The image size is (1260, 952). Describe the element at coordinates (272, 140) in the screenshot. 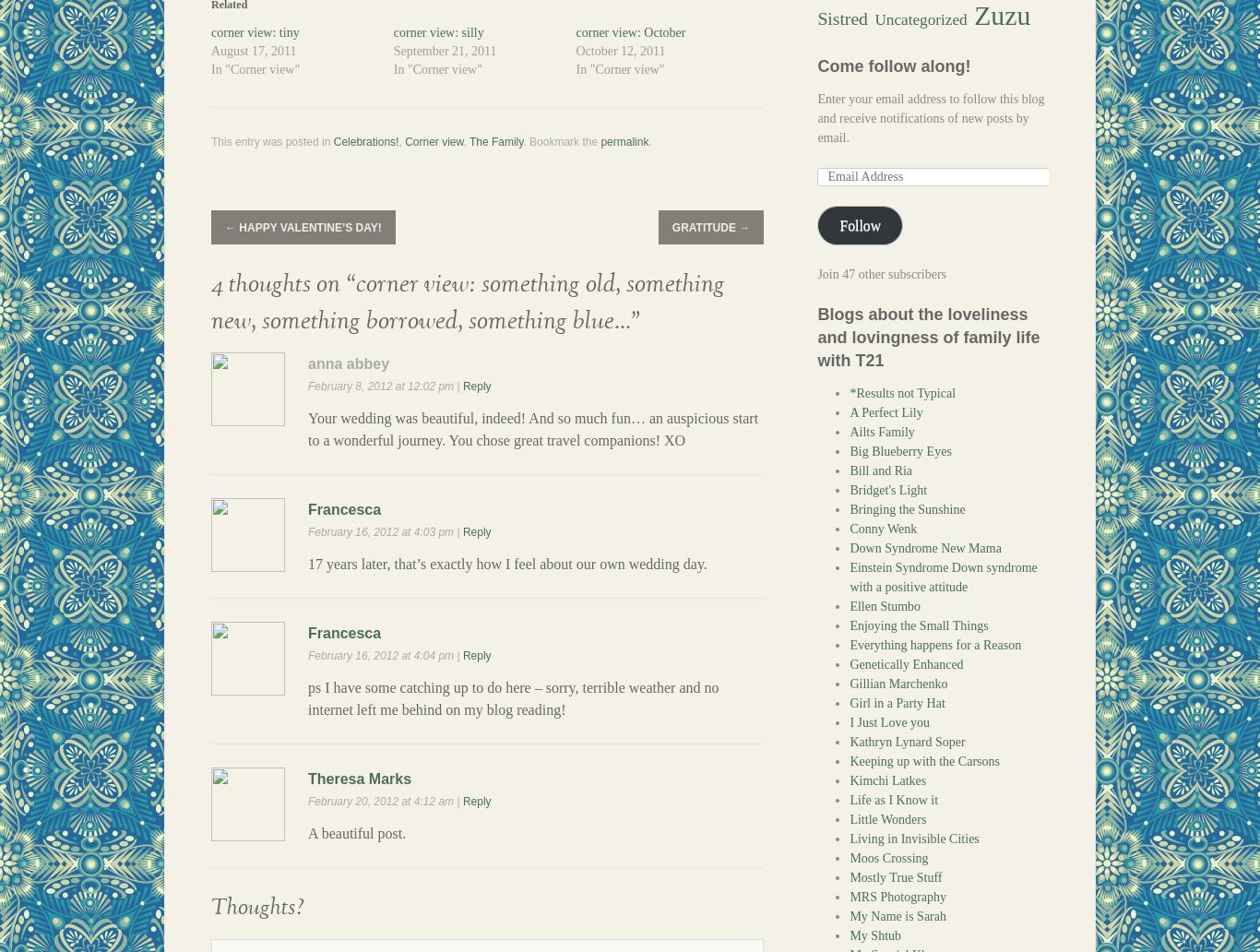

I see `'This entry was posted in'` at that location.